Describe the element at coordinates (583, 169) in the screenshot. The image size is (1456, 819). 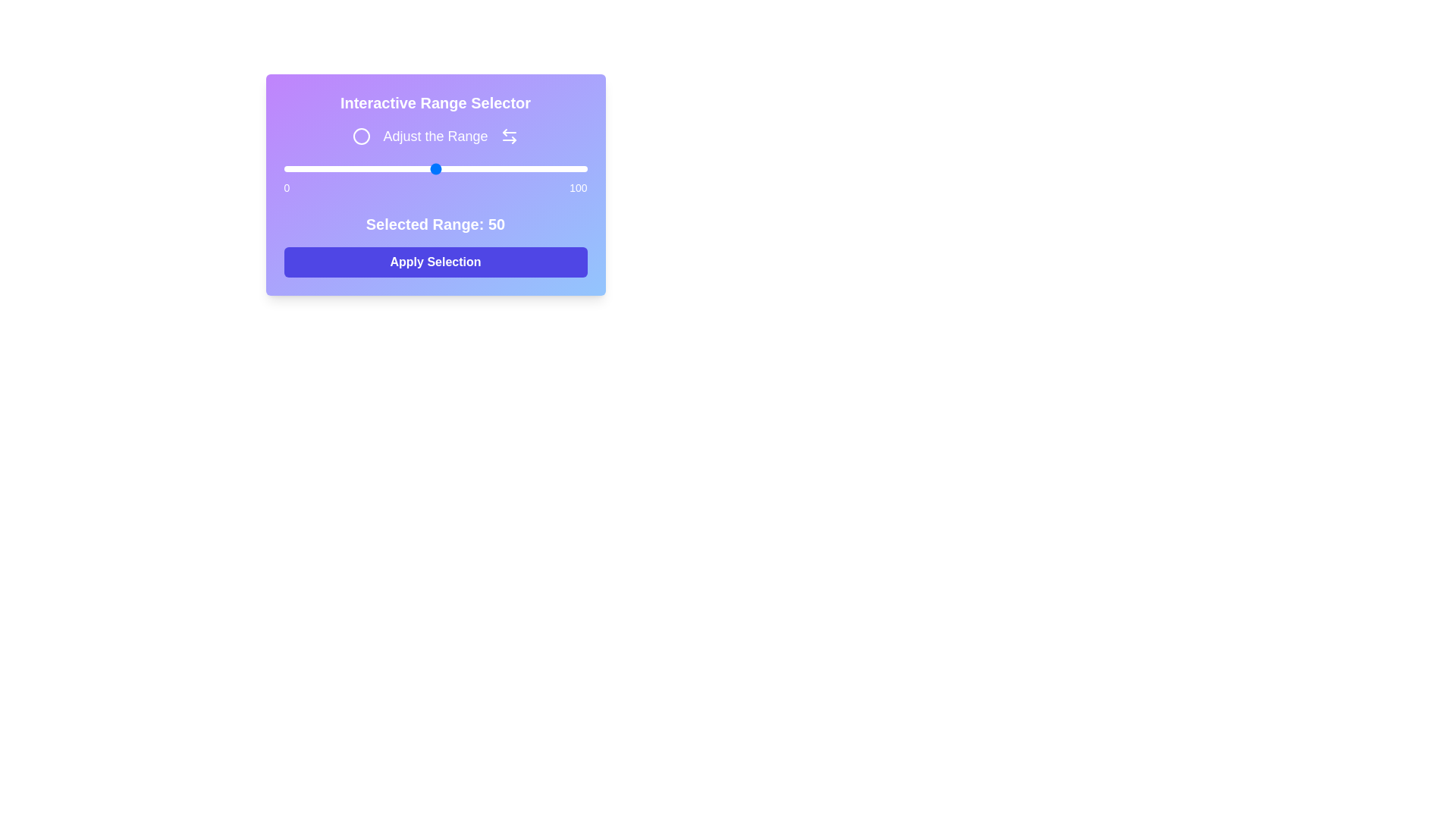
I see `the slider to set the range to 99` at that location.